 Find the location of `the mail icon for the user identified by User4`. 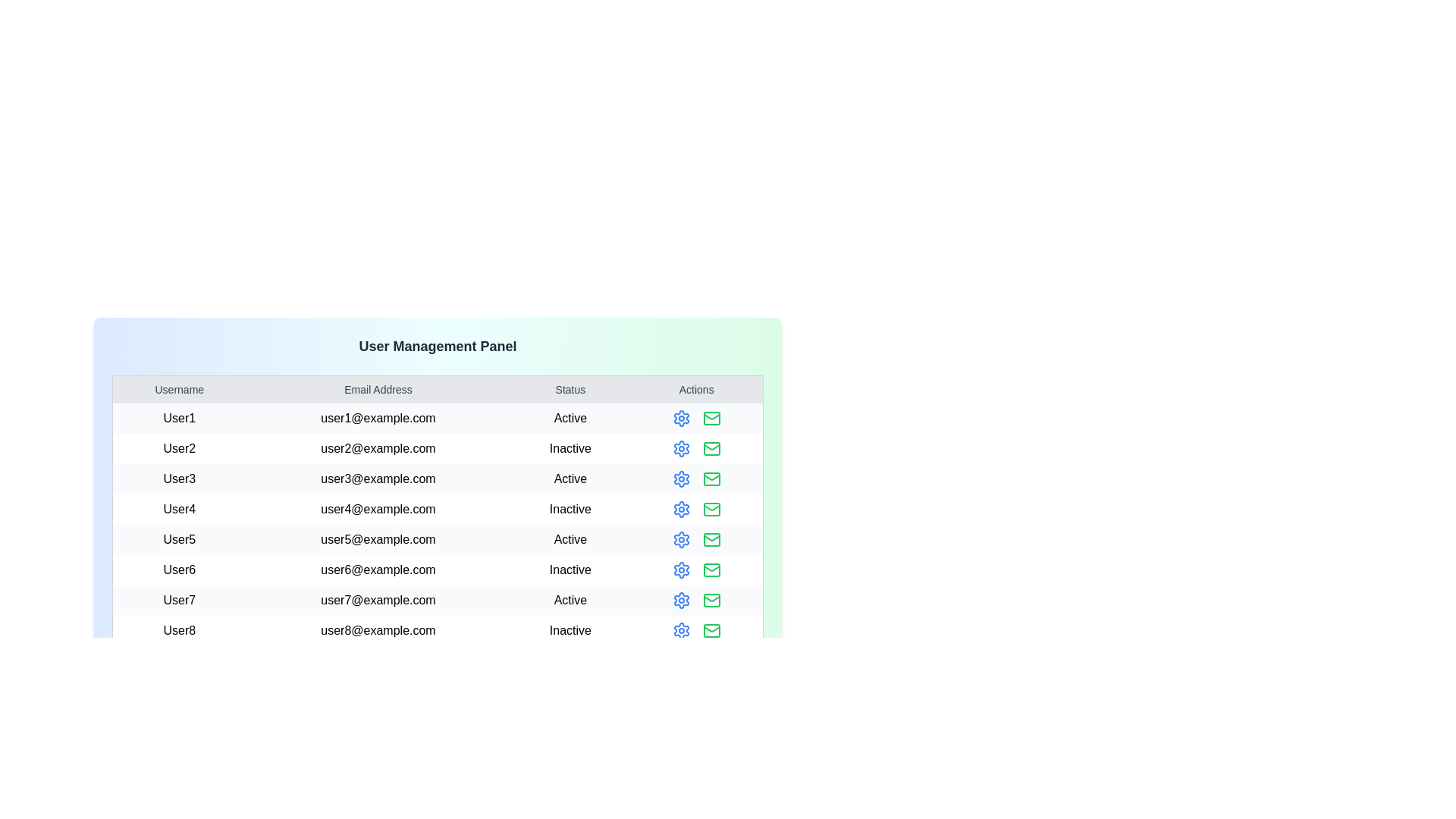

the mail icon for the user identified by User4 is located at coordinates (711, 509).